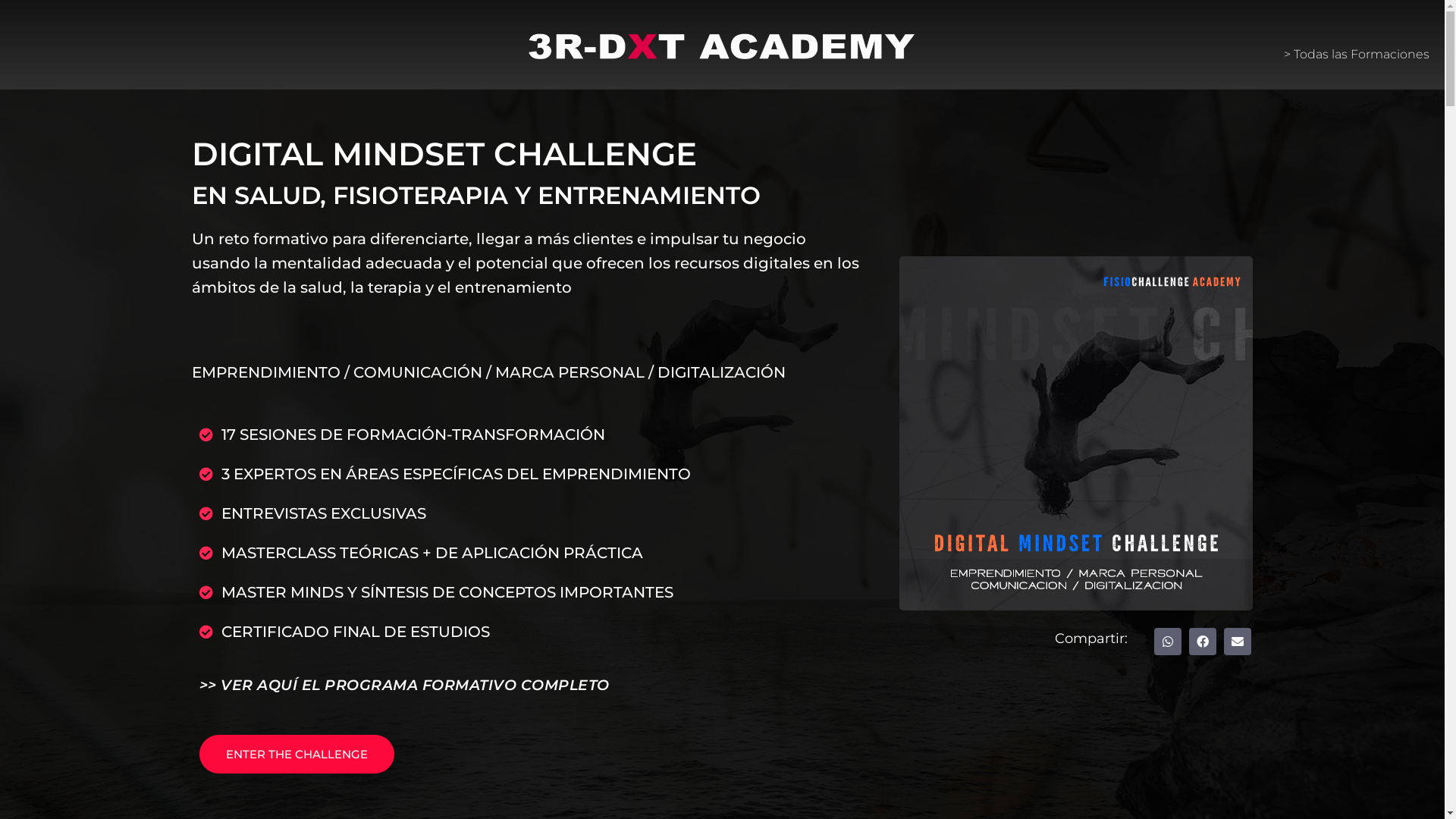  Describe the element at coordinates (1353, 54) in the screenshot. I see `'> Todas las Formaciones'` at that location.